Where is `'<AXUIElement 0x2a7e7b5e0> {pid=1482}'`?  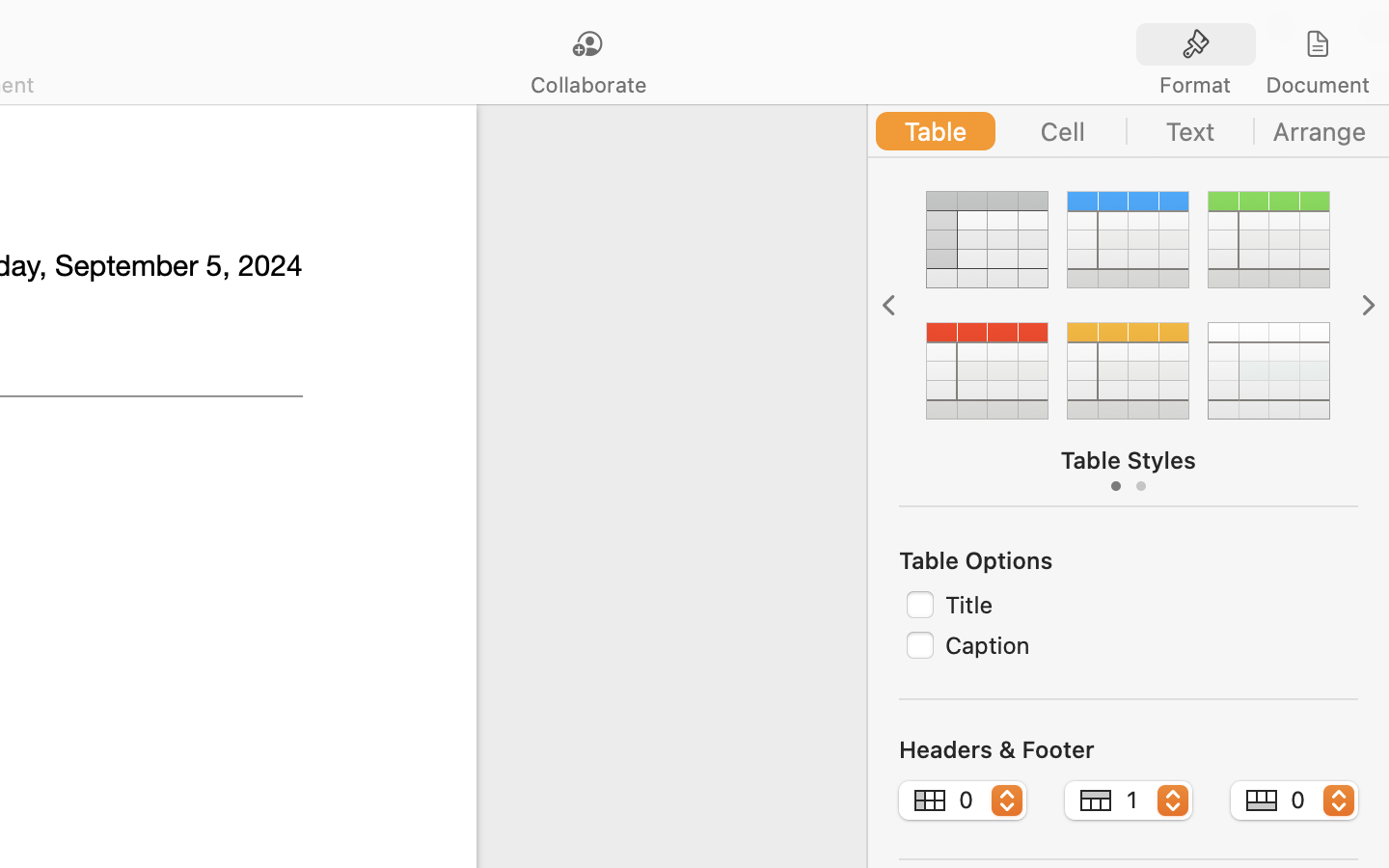
'<AXUIElement 0x2a7e7b5e0> {pid=1482}' is located at coordinates (1257, 43).